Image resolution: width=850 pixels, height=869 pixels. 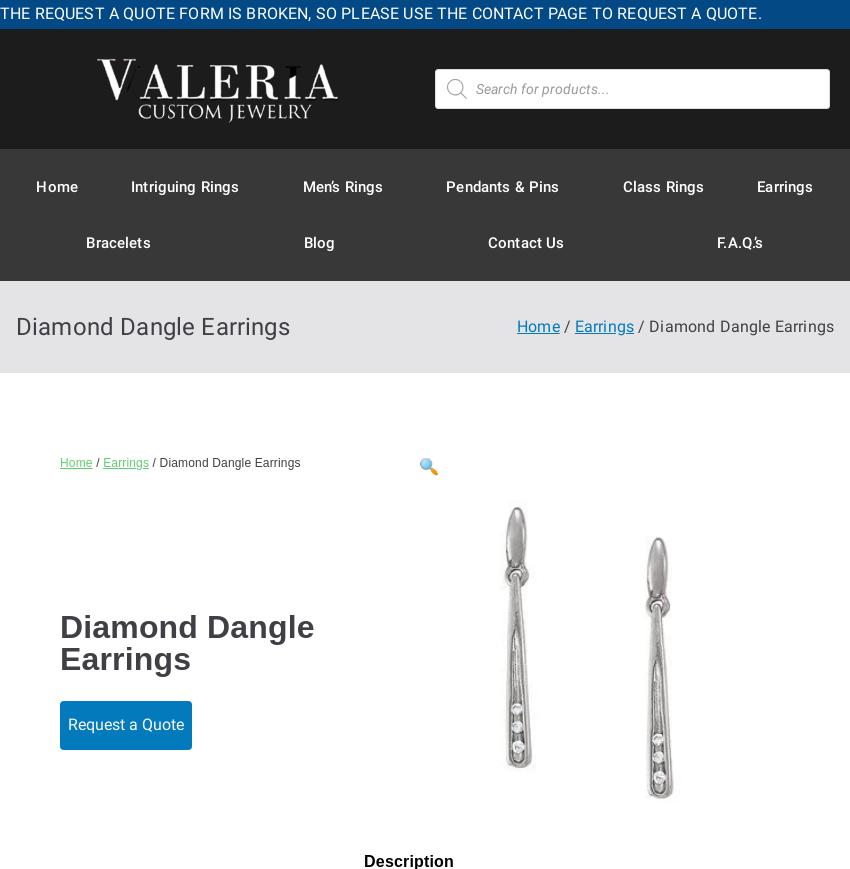 What do you see at coordinates (130, 184) in the screenshot?
I see `'Intriguing Rings'` at bounding box center [130, 184].